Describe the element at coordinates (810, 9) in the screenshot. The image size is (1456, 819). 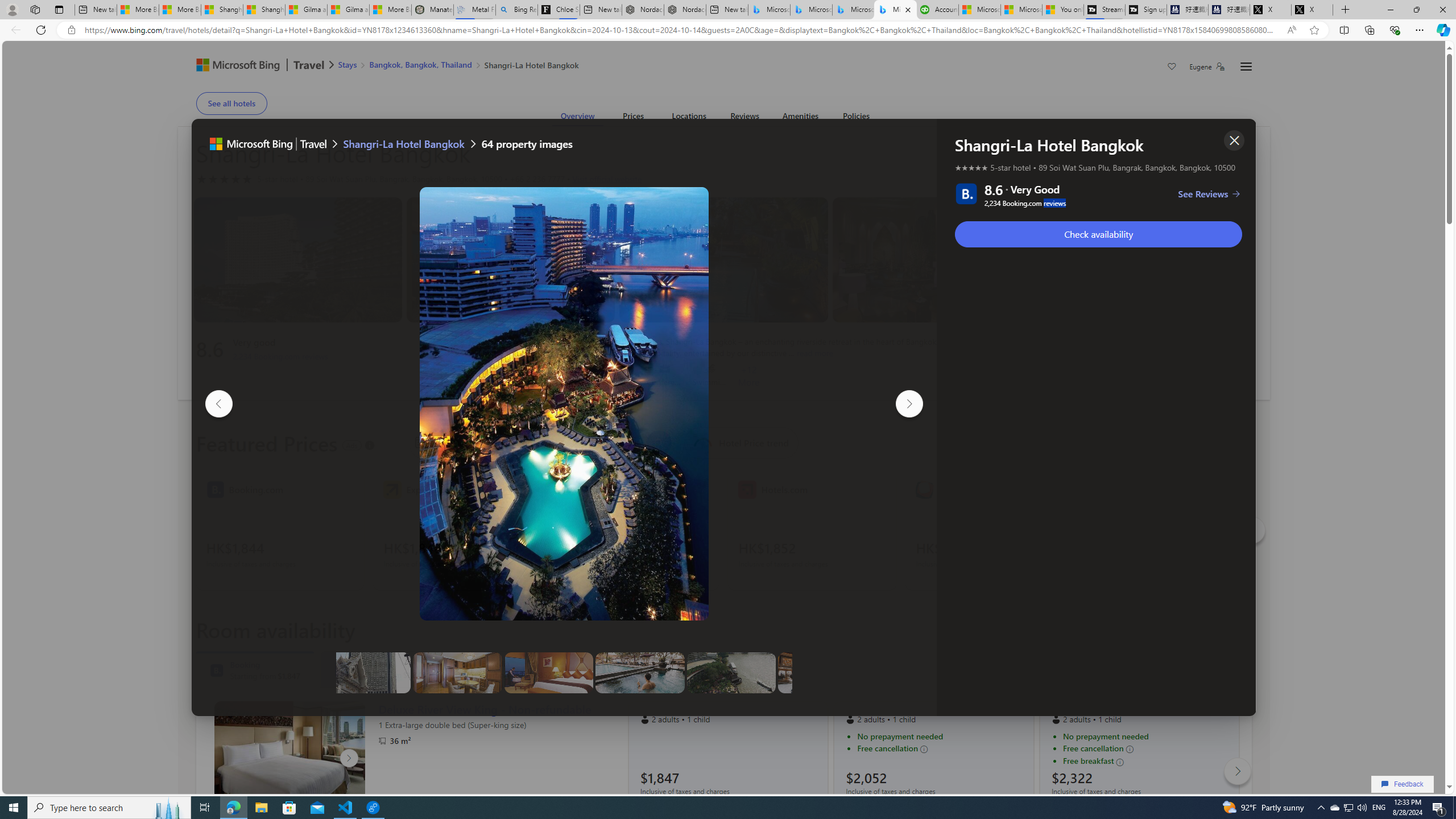
I see `'Microsoft Bing Travel - Stays in Bangkok, Bangkok, Thailand'` at that location.